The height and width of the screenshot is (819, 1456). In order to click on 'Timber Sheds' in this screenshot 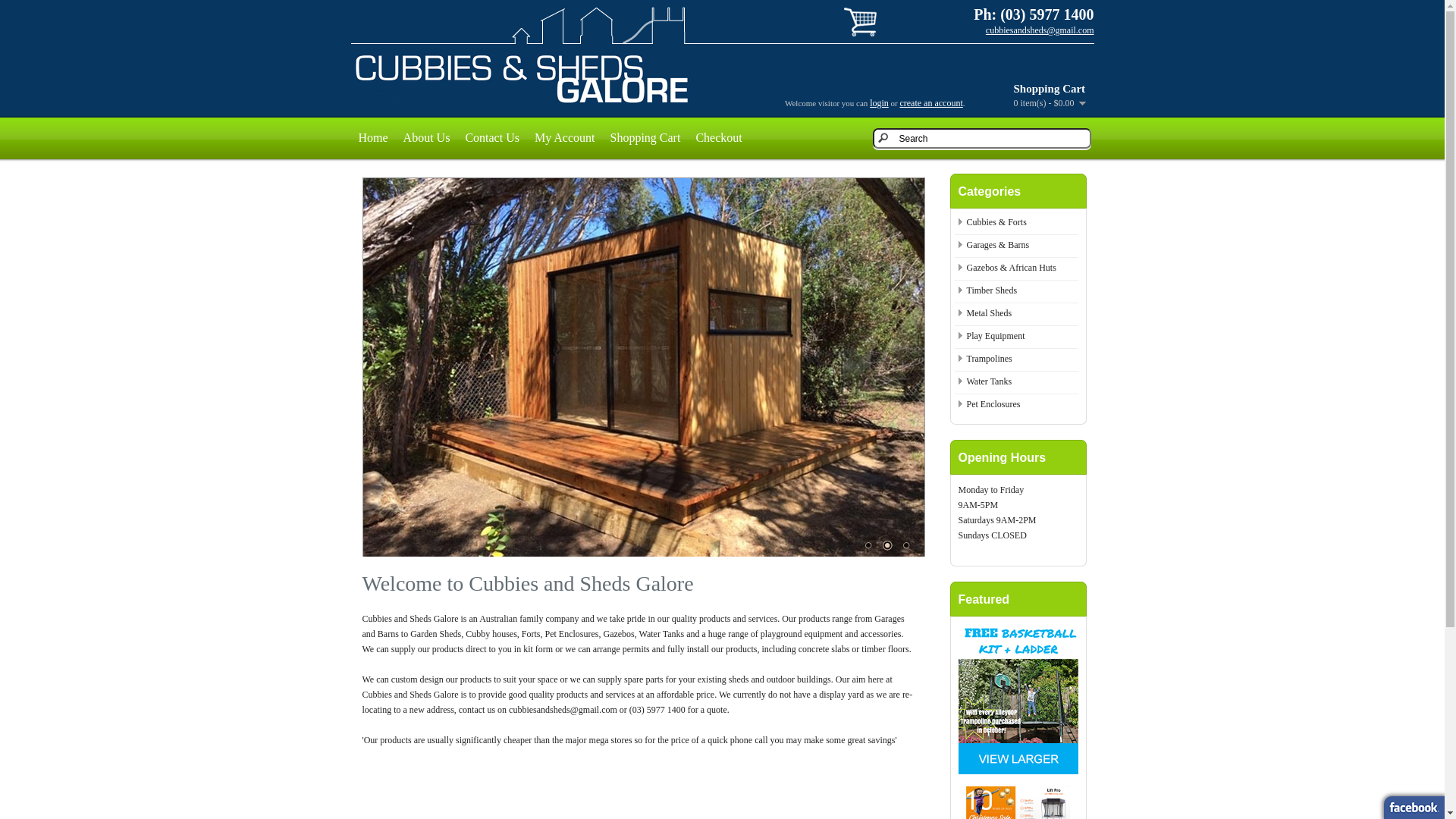, I will do `click(991, 290)`.